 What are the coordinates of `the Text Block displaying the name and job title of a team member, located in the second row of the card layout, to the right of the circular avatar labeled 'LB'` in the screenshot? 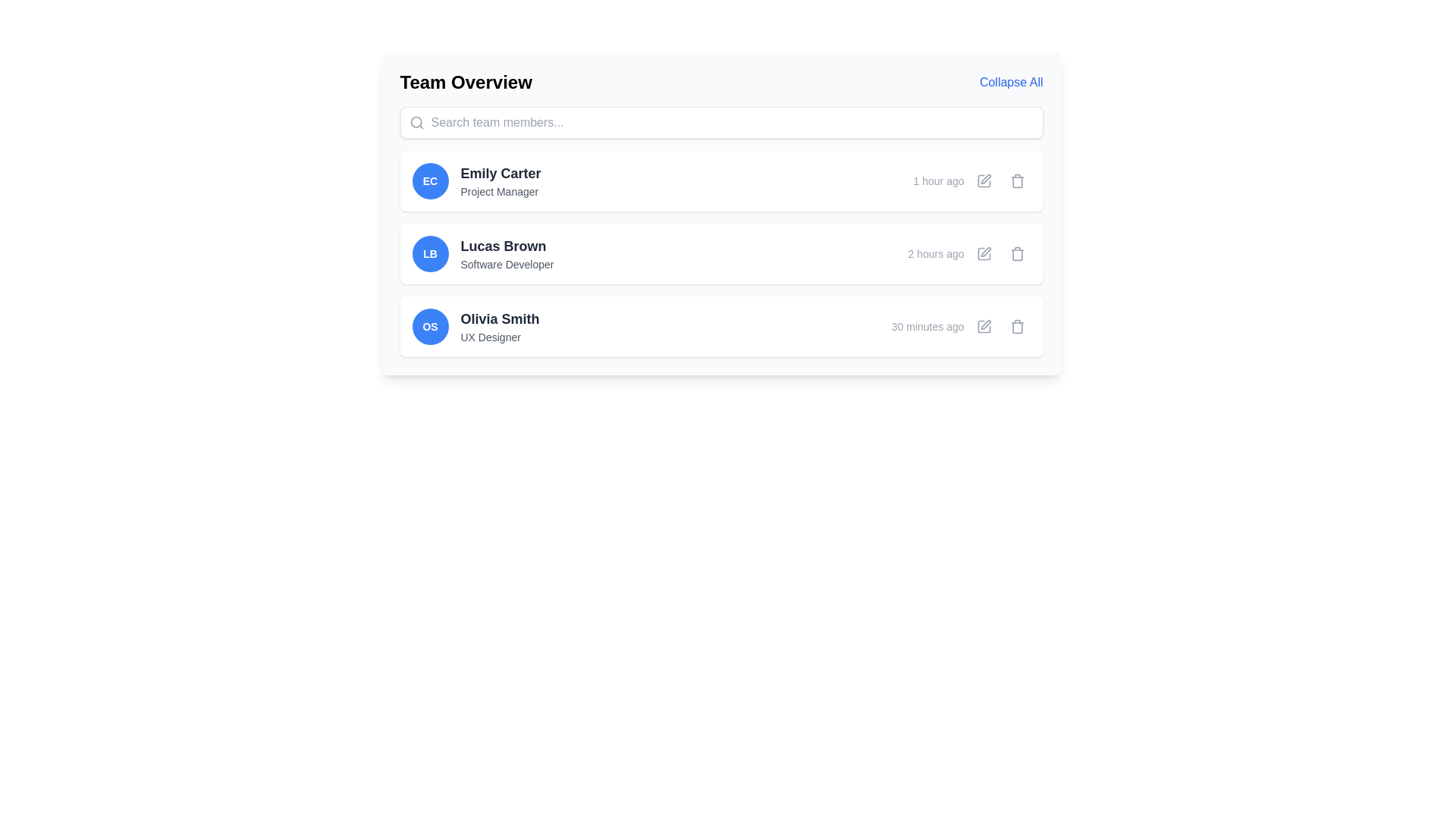 It's located at (507, 253).